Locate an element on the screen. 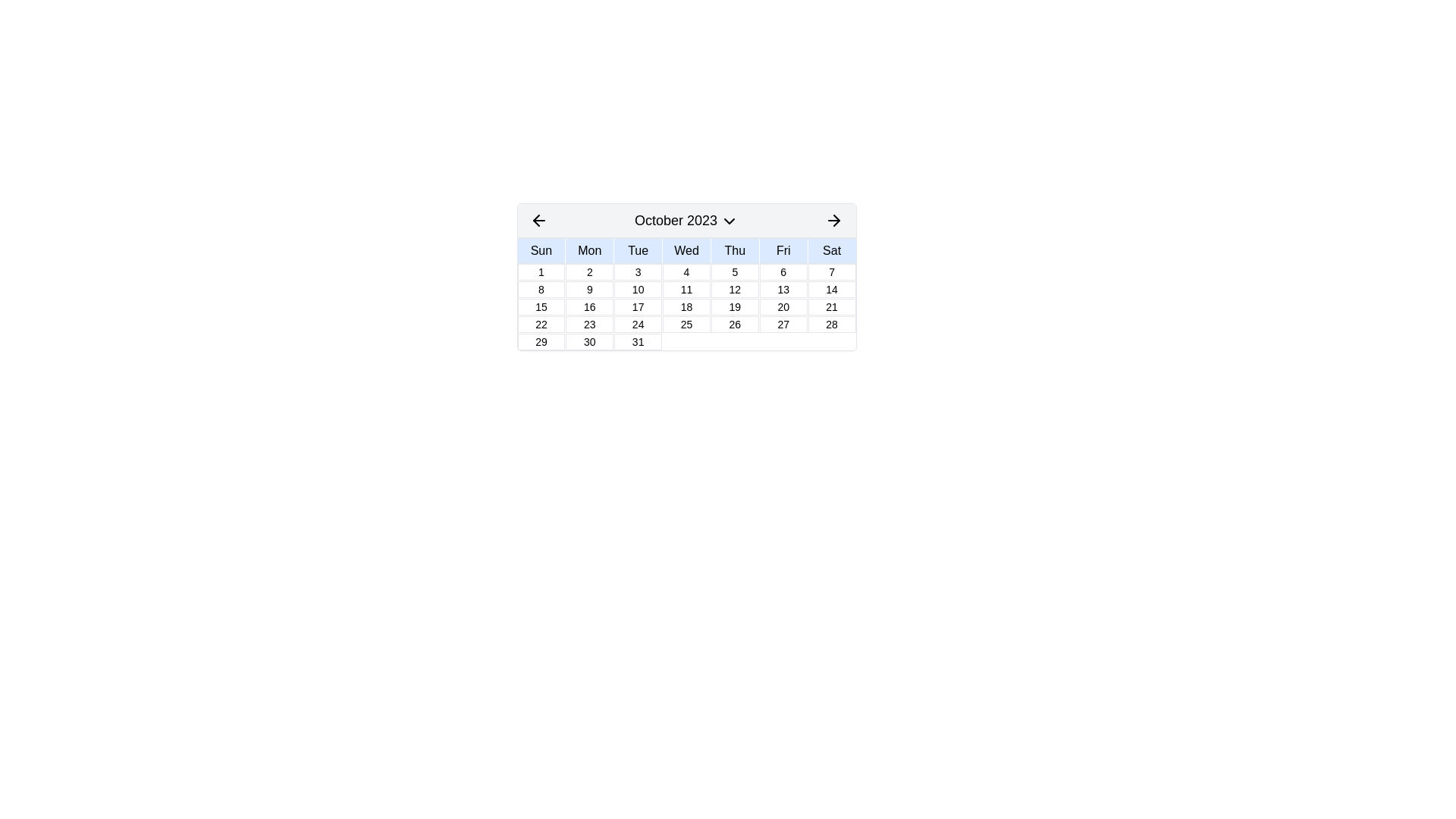 The height and width of the screenshot is (819, 1456). text representing the date '20' in the calendar interface for October 2023, located in the fifth column of the fourth row is located at coordinates (783, 307).